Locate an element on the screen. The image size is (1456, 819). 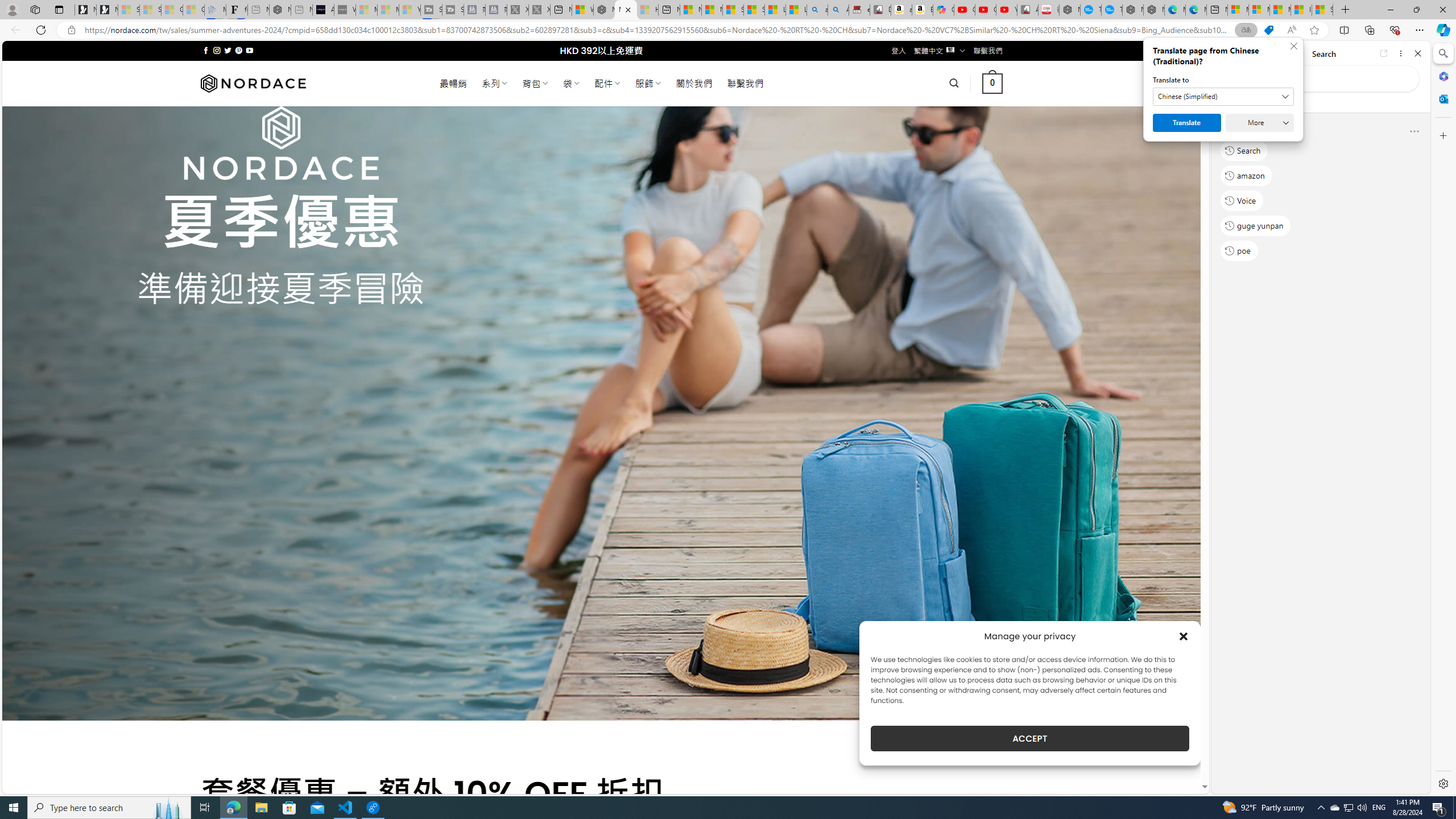
'Forward' is located at coordinates (1242, 53).